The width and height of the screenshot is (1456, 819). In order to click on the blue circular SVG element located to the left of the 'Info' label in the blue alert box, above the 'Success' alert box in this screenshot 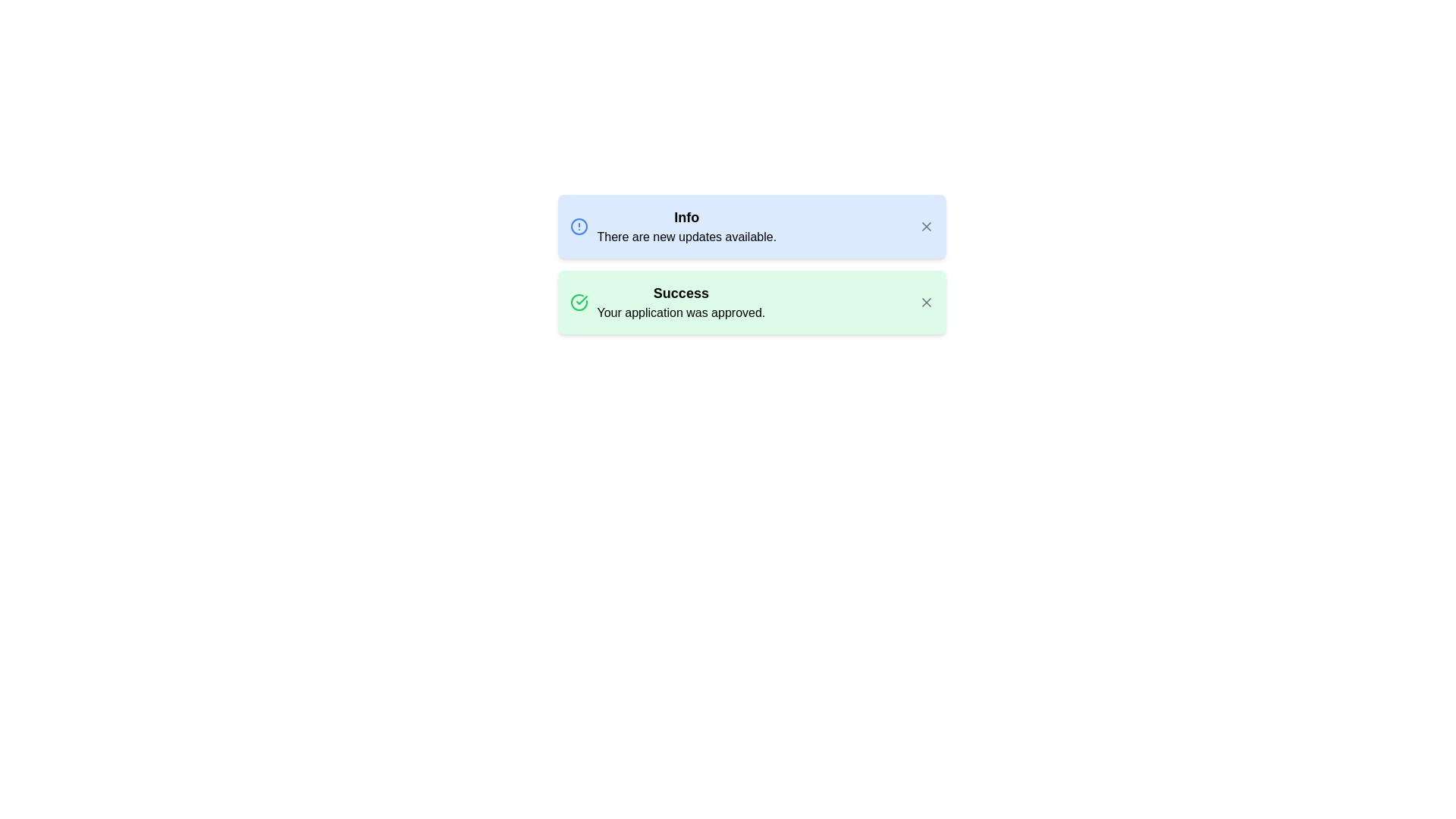, I will do `click(578, 227)`.